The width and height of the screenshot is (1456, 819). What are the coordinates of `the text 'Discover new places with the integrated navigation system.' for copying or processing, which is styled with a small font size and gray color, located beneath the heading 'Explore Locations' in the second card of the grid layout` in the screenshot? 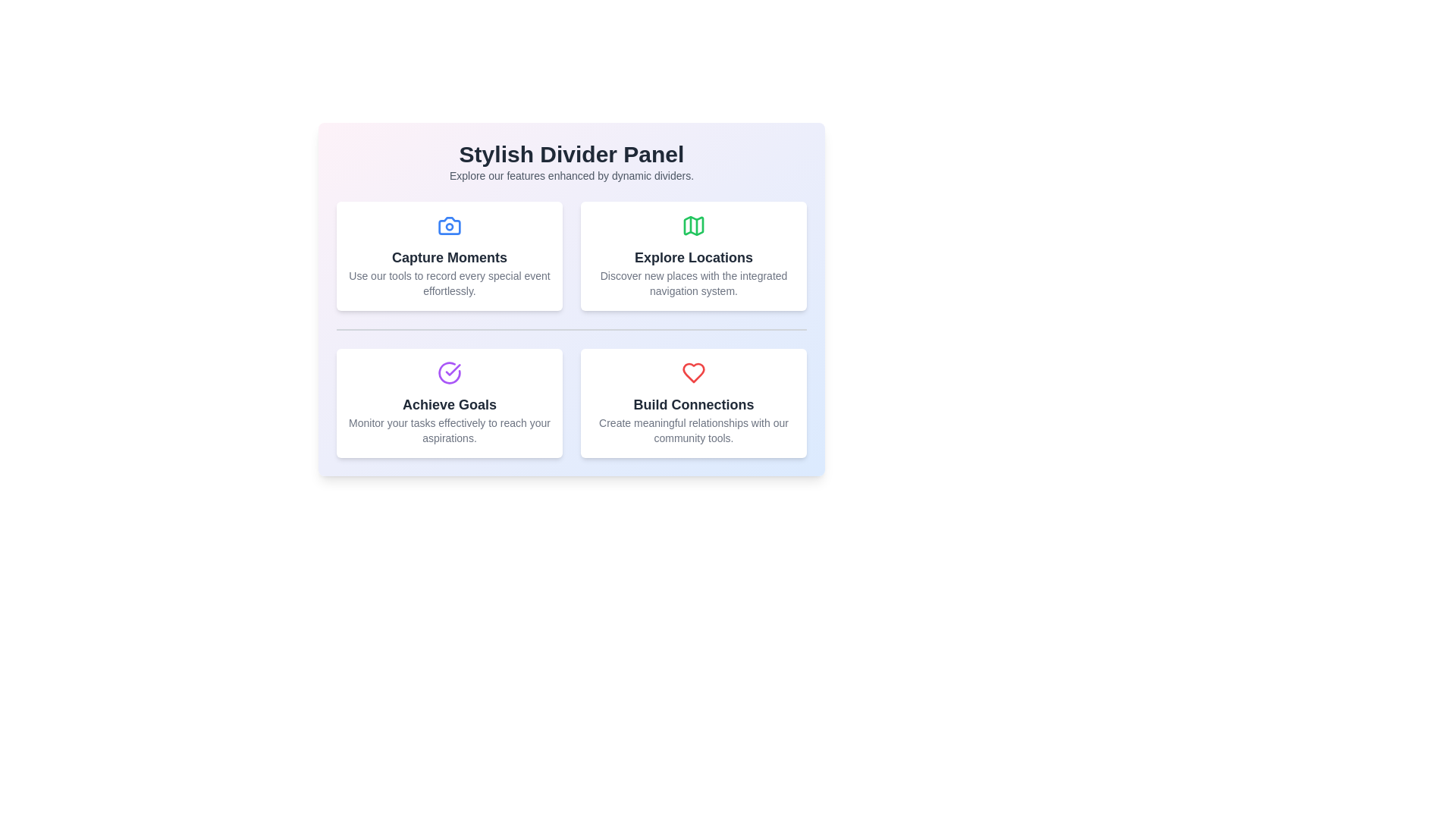 It's located at (693, 284).